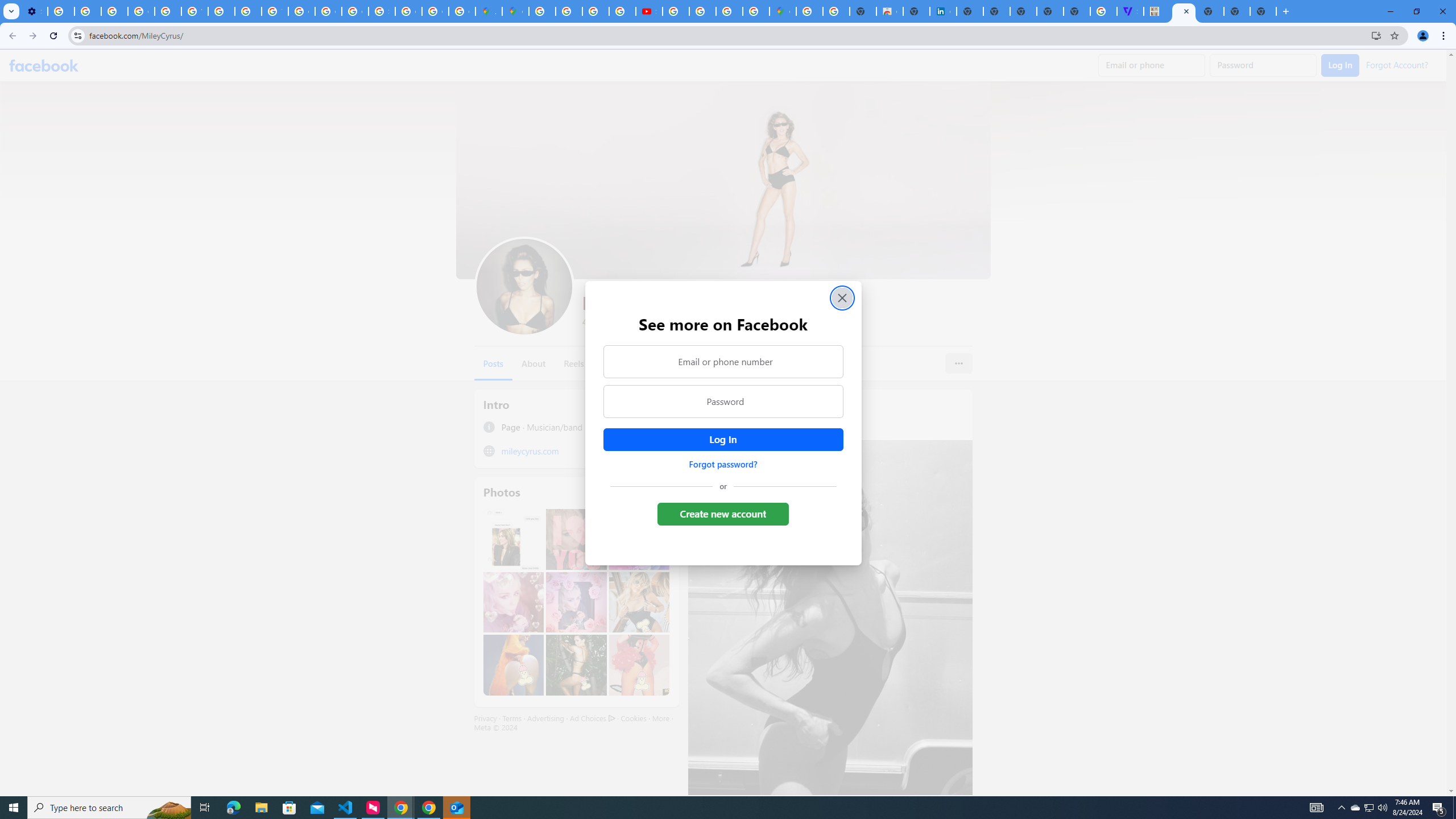  I want to click on 'https://scholar.google.com/', so click(221, 11).